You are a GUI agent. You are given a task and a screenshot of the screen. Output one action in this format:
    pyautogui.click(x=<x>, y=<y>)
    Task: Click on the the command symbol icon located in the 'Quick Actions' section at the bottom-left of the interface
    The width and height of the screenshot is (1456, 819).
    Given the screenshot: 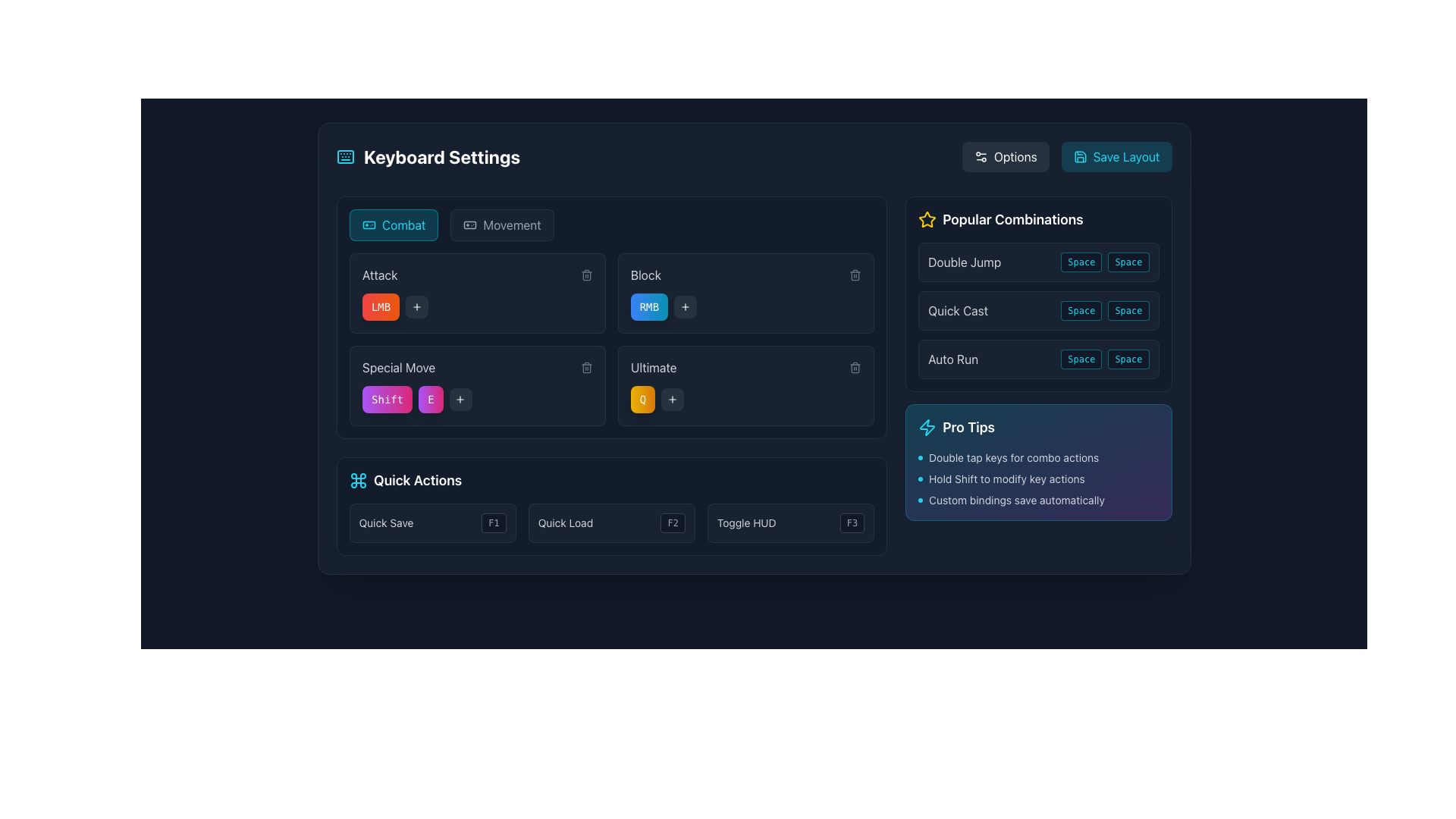 What is the action you would take?
    pyautogui.click(x=357, y=480)
    